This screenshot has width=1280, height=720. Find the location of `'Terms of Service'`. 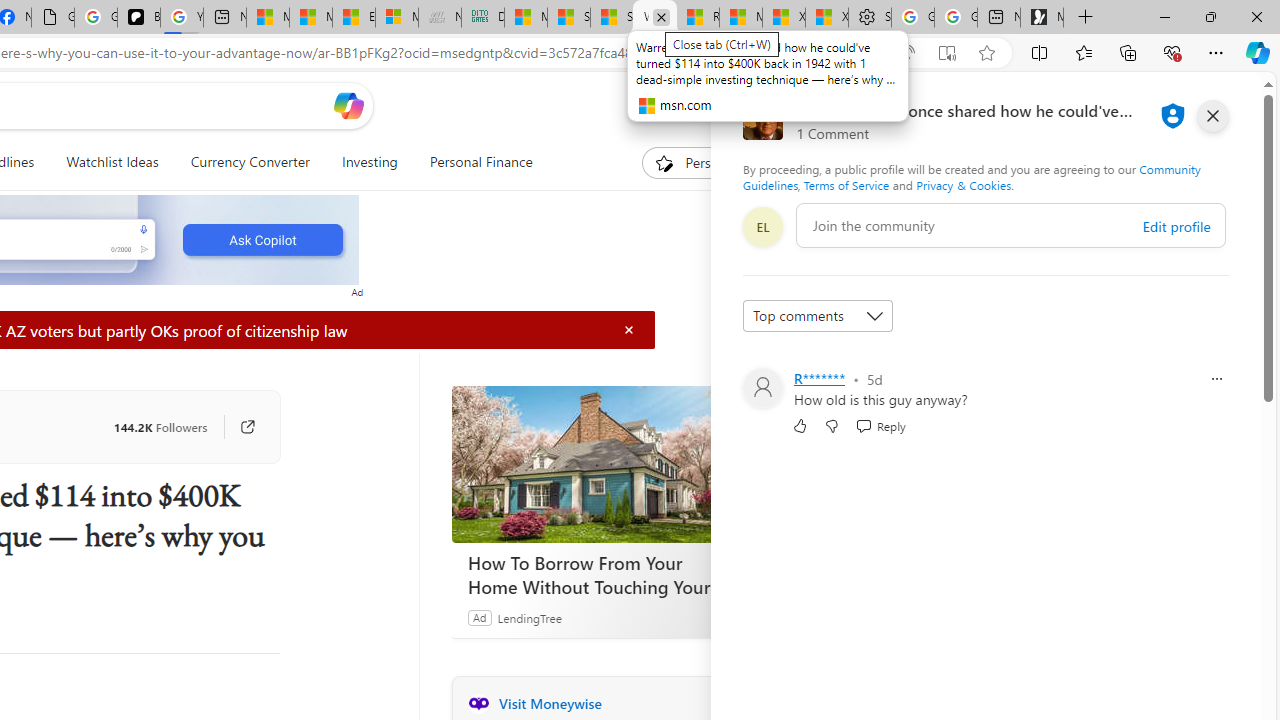

'Terms of Service' is located at coordinates (846, 185).